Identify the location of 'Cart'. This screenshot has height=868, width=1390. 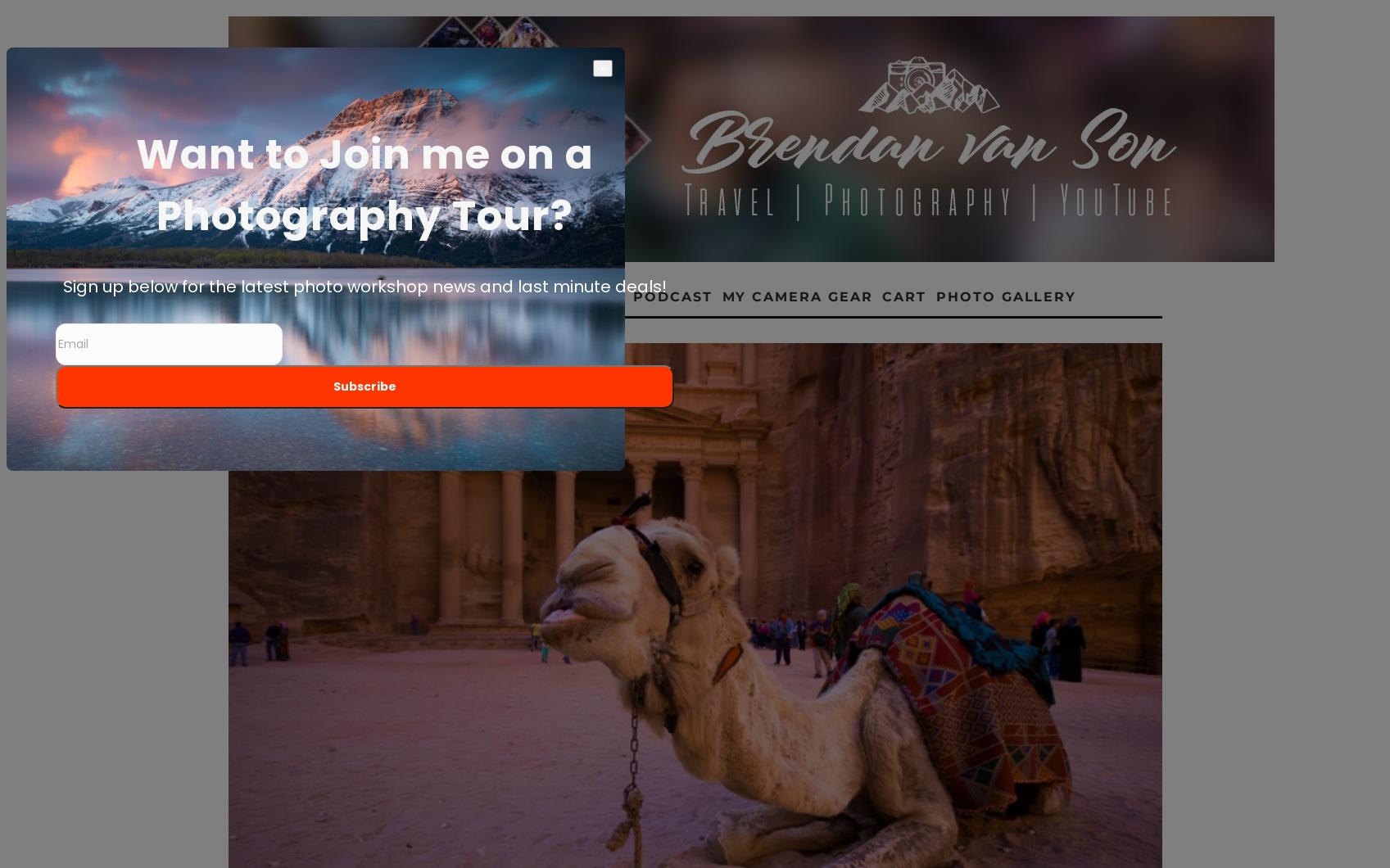
(904, 296).